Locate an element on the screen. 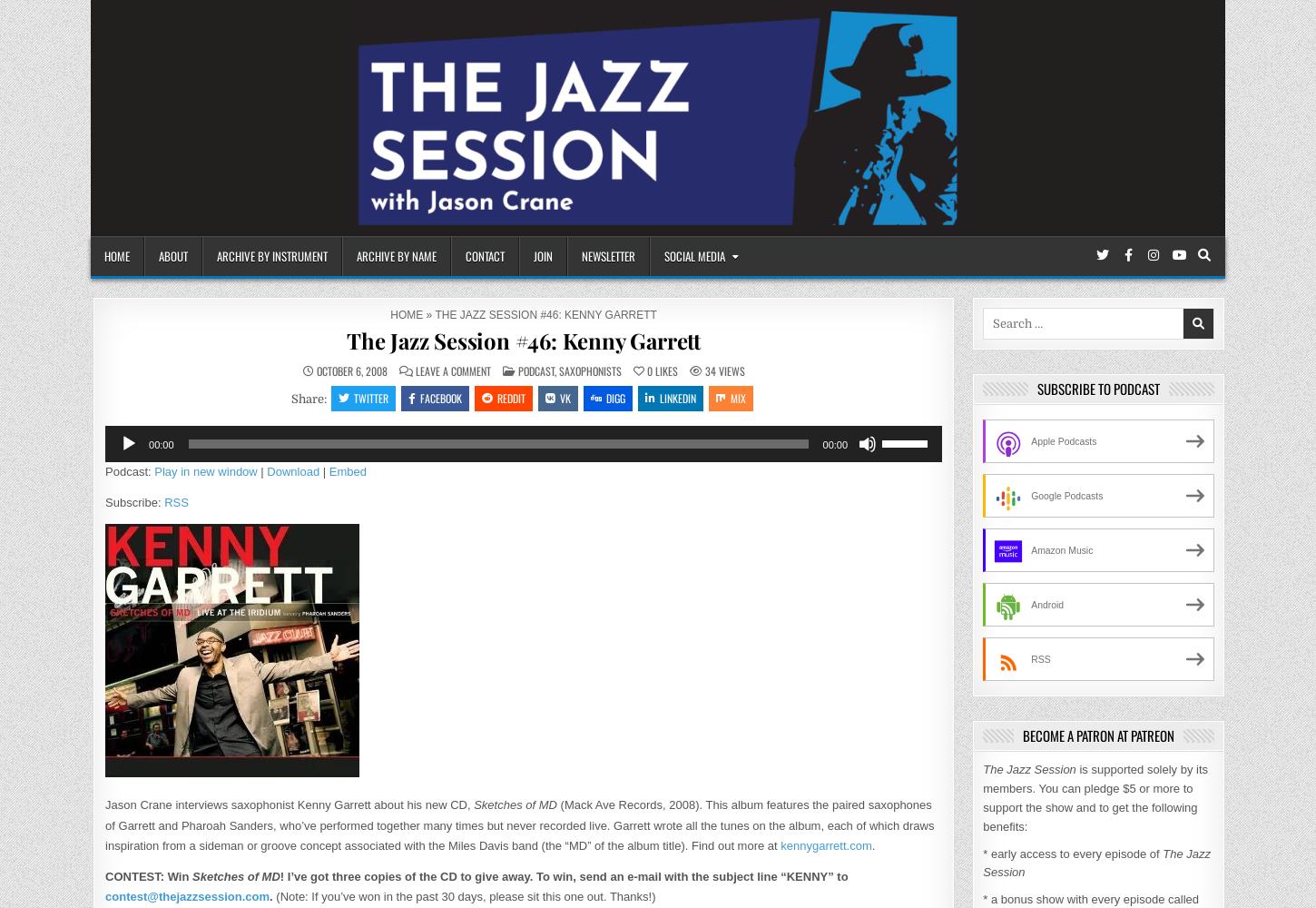  'kennygarrett.com' is located at coordinates (825, 844).